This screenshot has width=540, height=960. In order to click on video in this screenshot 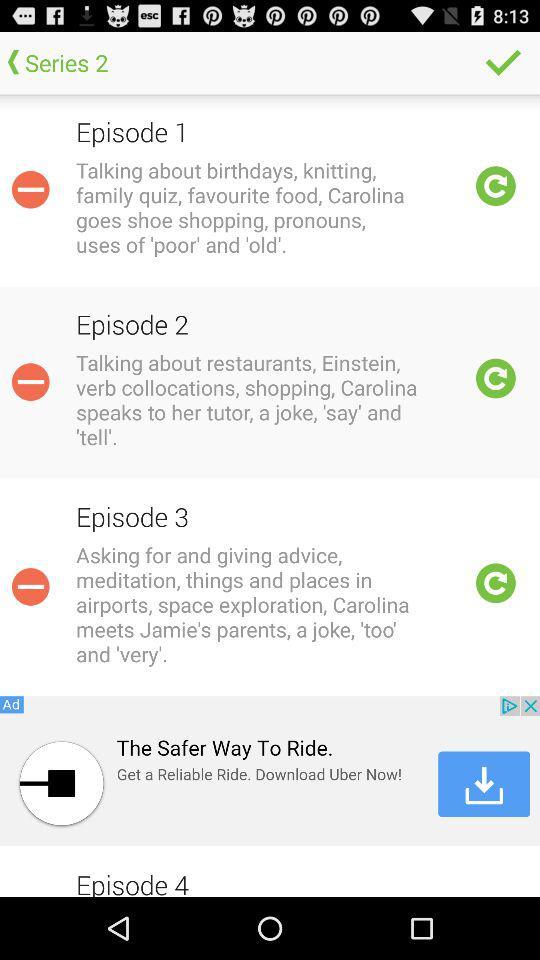, I will do `click(495, 377)`.